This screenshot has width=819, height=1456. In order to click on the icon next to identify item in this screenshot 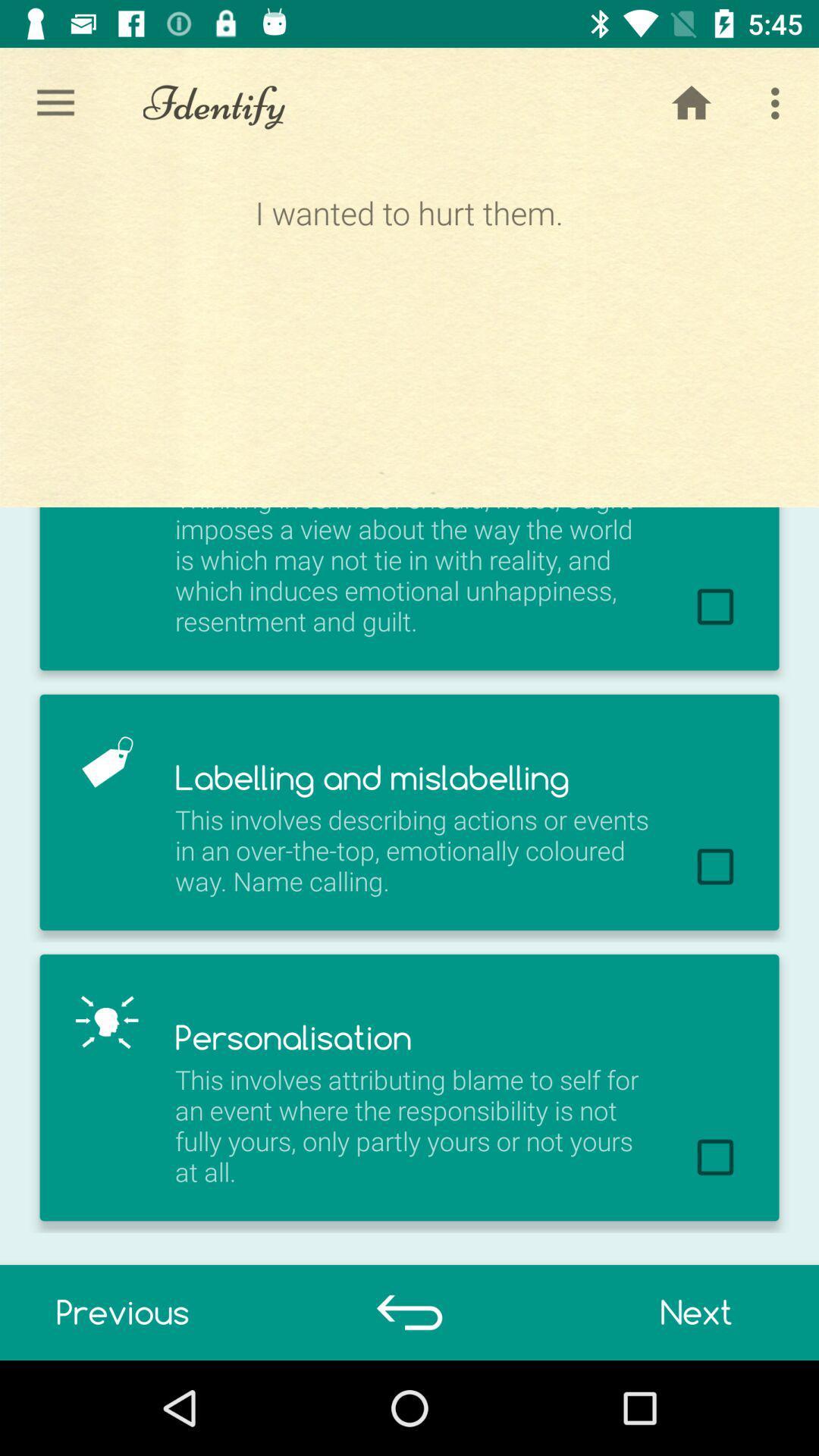, I will do `click(691, 102)`.